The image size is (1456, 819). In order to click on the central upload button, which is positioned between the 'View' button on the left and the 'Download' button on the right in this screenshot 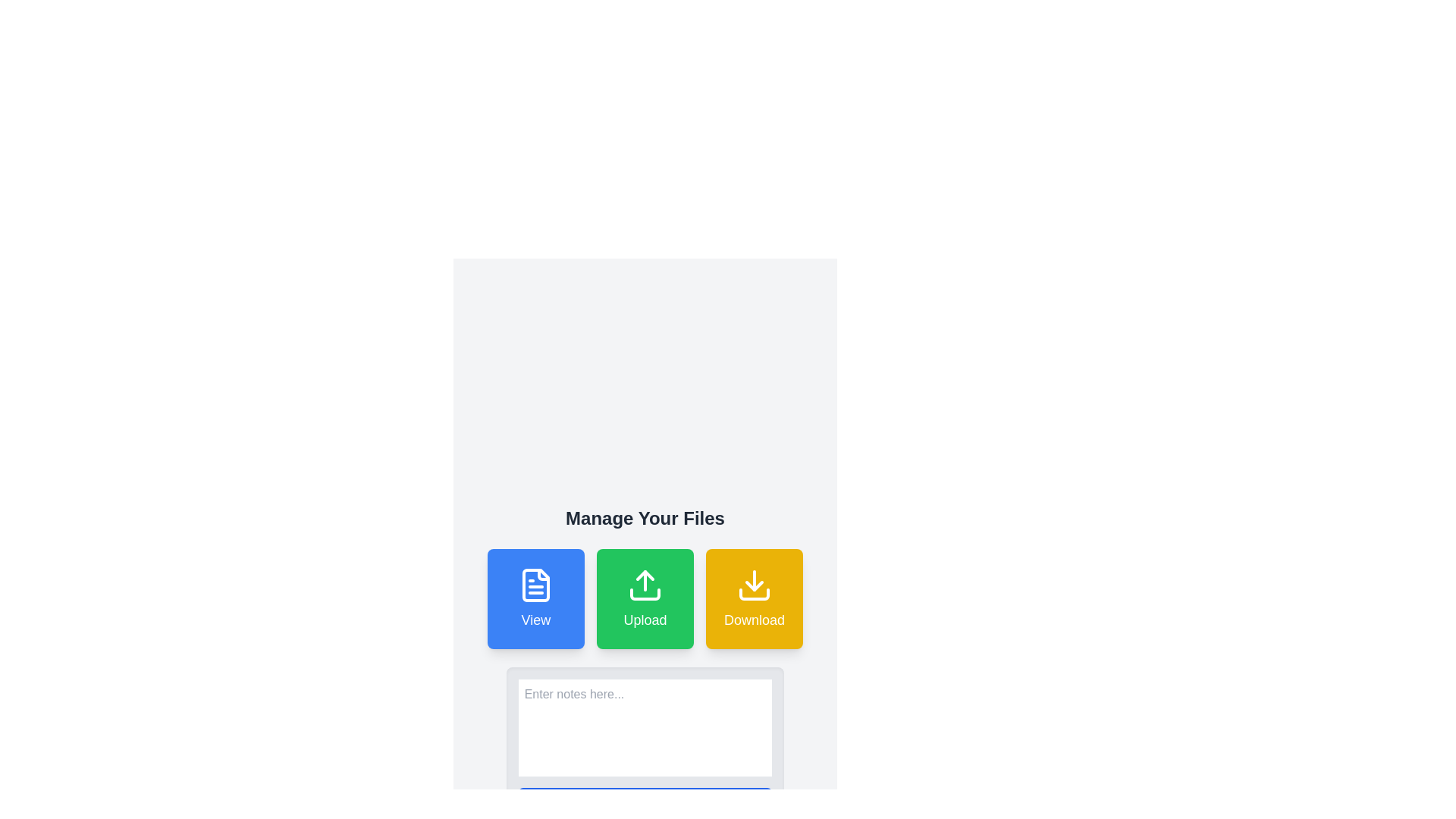, I will do `click(645, 598)`.